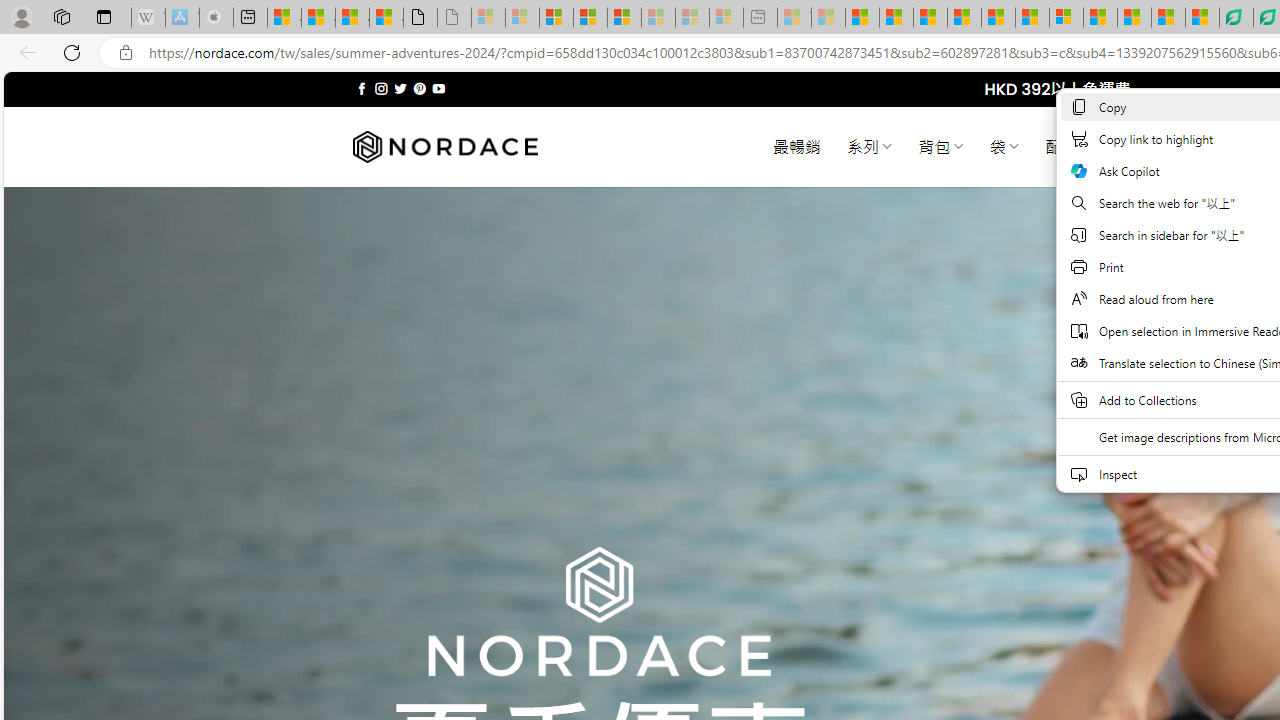  I want to click on 'Follow on Facebook', so click(362, 88).